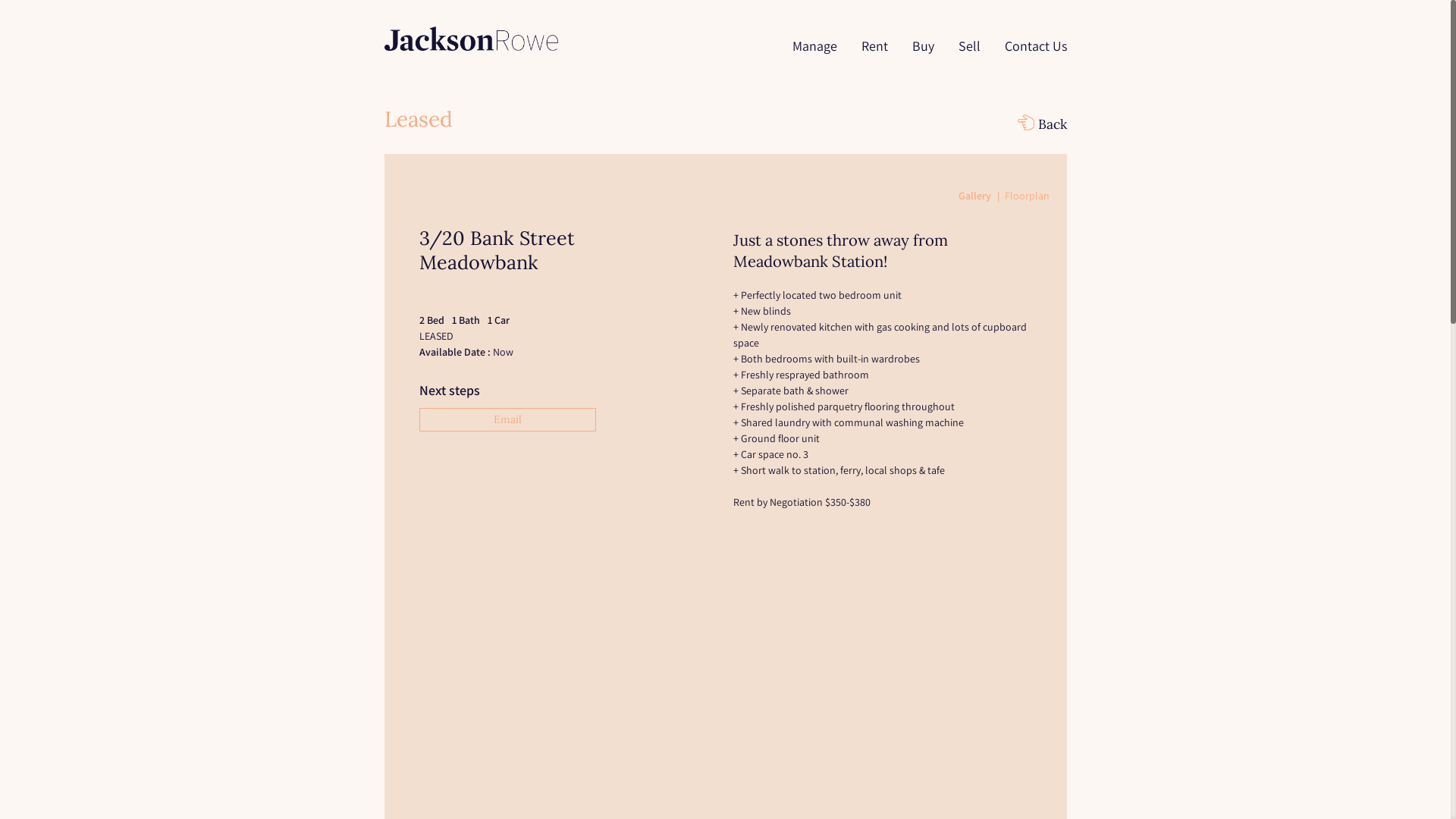 This screenshot has width=1456, height=819. What do you see at coordinates (469, 37) in the screenshot?
I see `'Jackson Rowe - '` at bounding box center [469, 37].